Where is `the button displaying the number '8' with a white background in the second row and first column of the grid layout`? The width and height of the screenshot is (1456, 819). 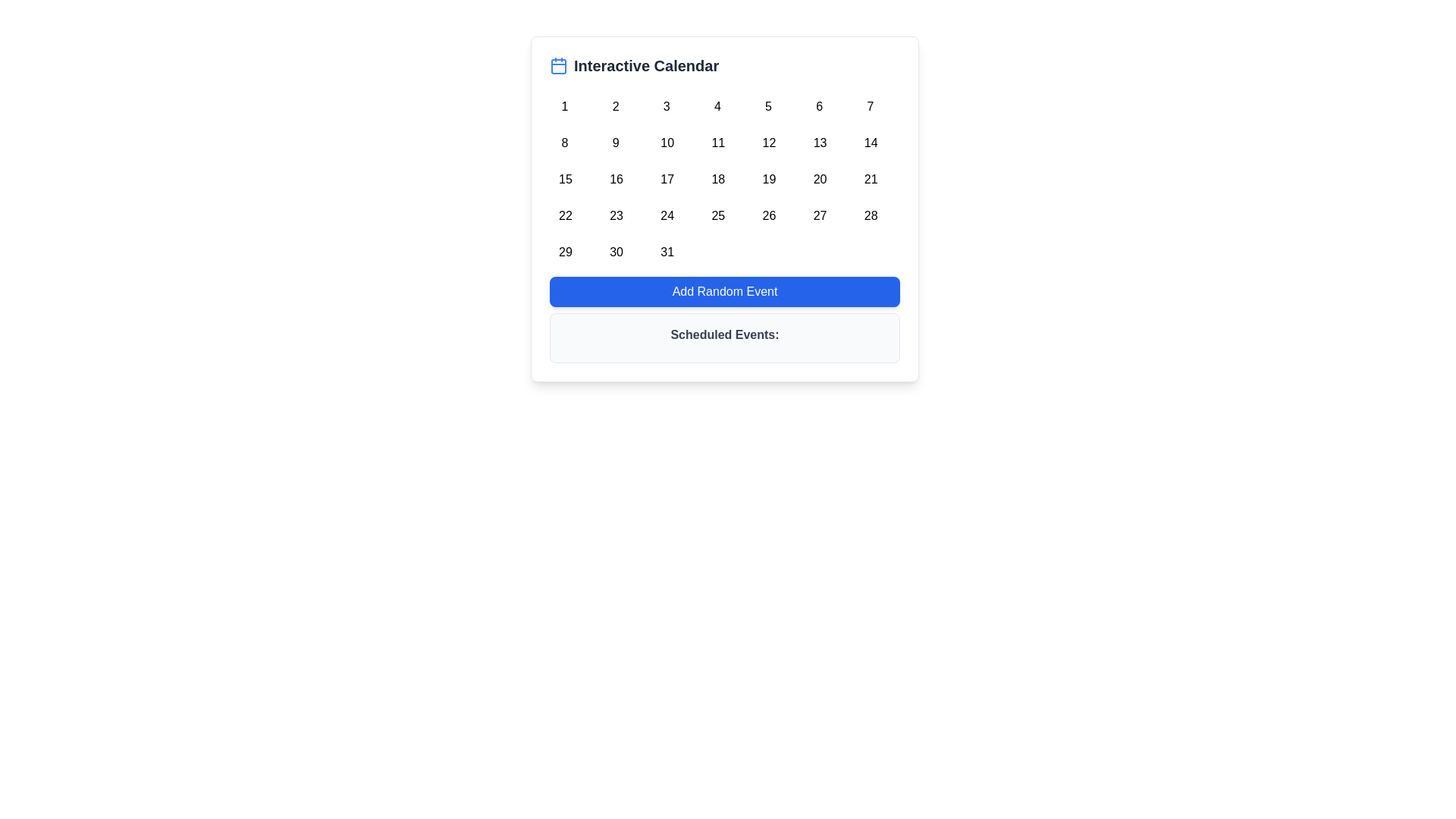
the button displaying the number '8' with a white background in the second row and first column of the grid layout is located at coordinates (563, 140).